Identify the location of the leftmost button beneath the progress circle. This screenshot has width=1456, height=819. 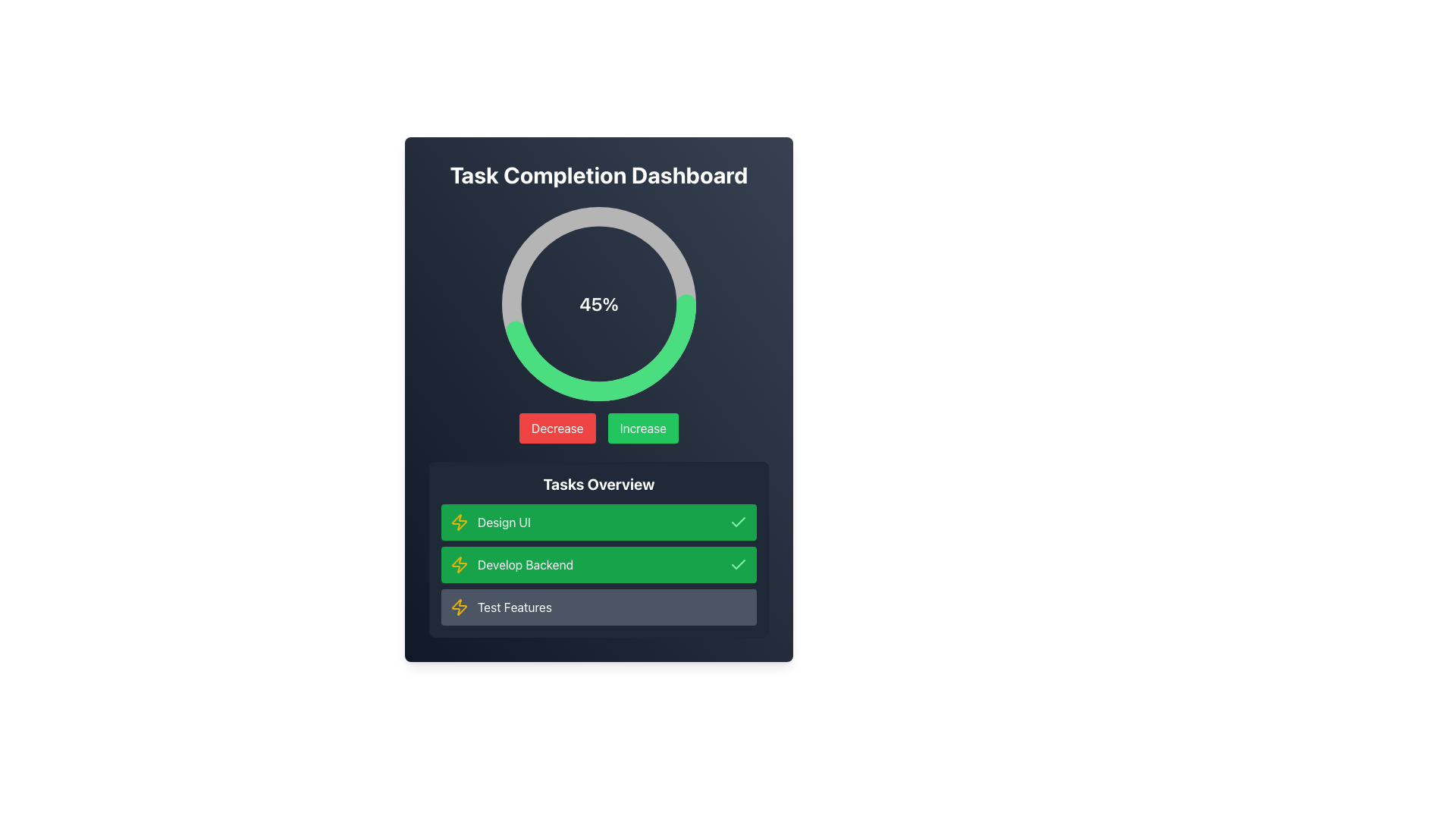
(557, 428).